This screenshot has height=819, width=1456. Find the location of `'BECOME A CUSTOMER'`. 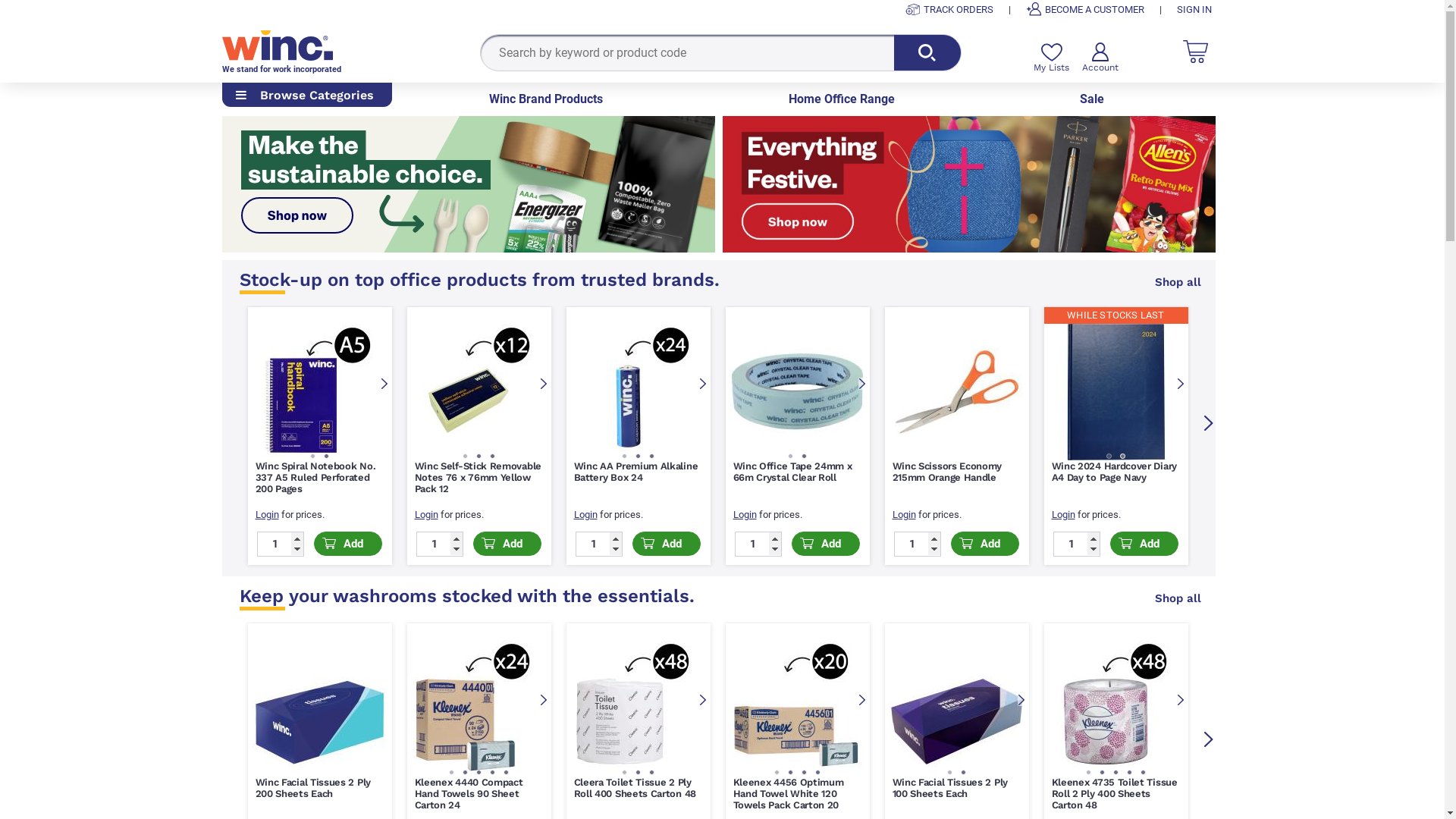

'BECOME A CUSTOMER' is located at coordinates (1025, 9).